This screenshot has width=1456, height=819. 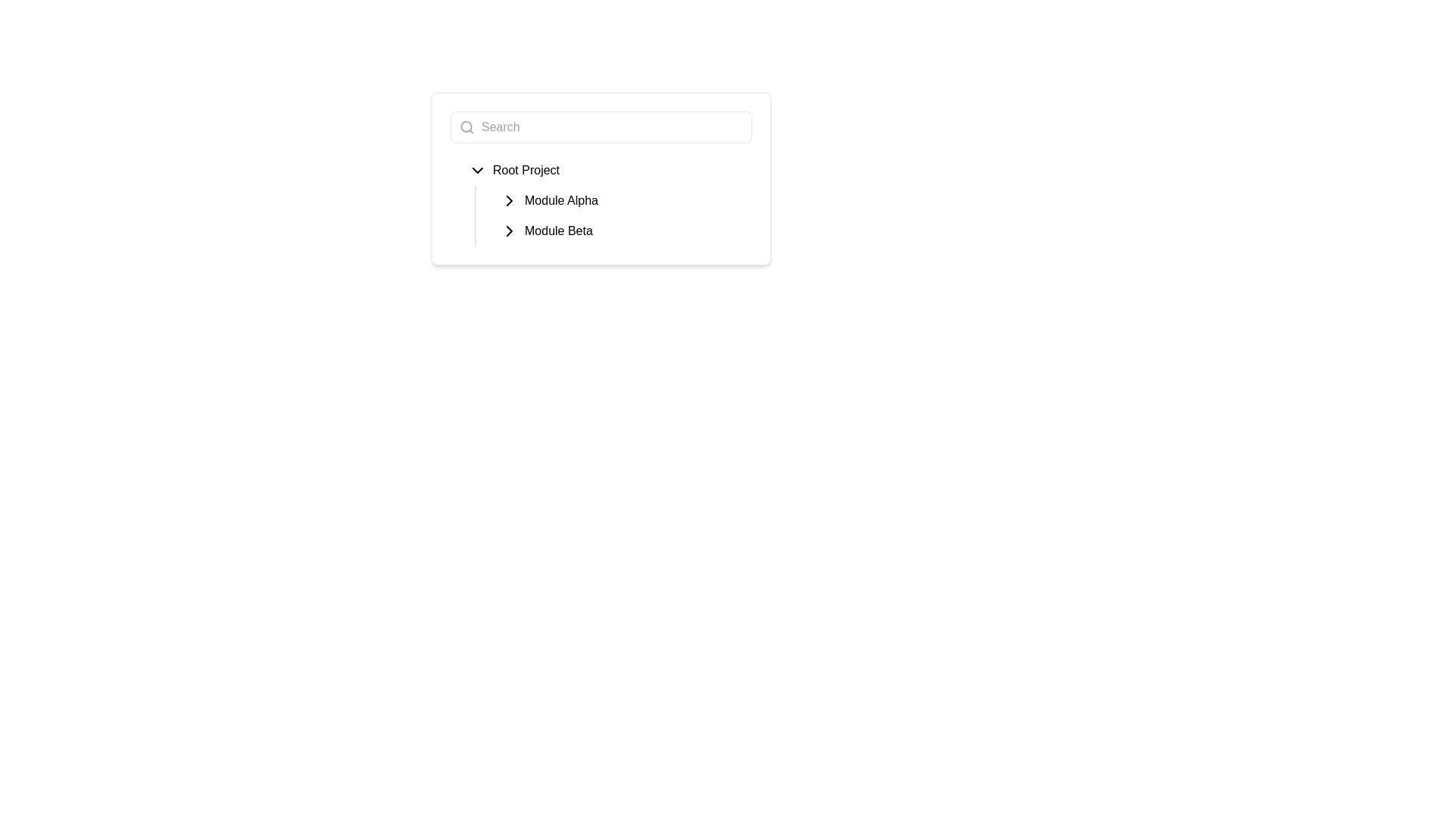 What do you see at coordinates (526, 170) in the screenshot?
I see `the 'Root Project' text label in the hierarchical list` at bounding box center [526, 170].